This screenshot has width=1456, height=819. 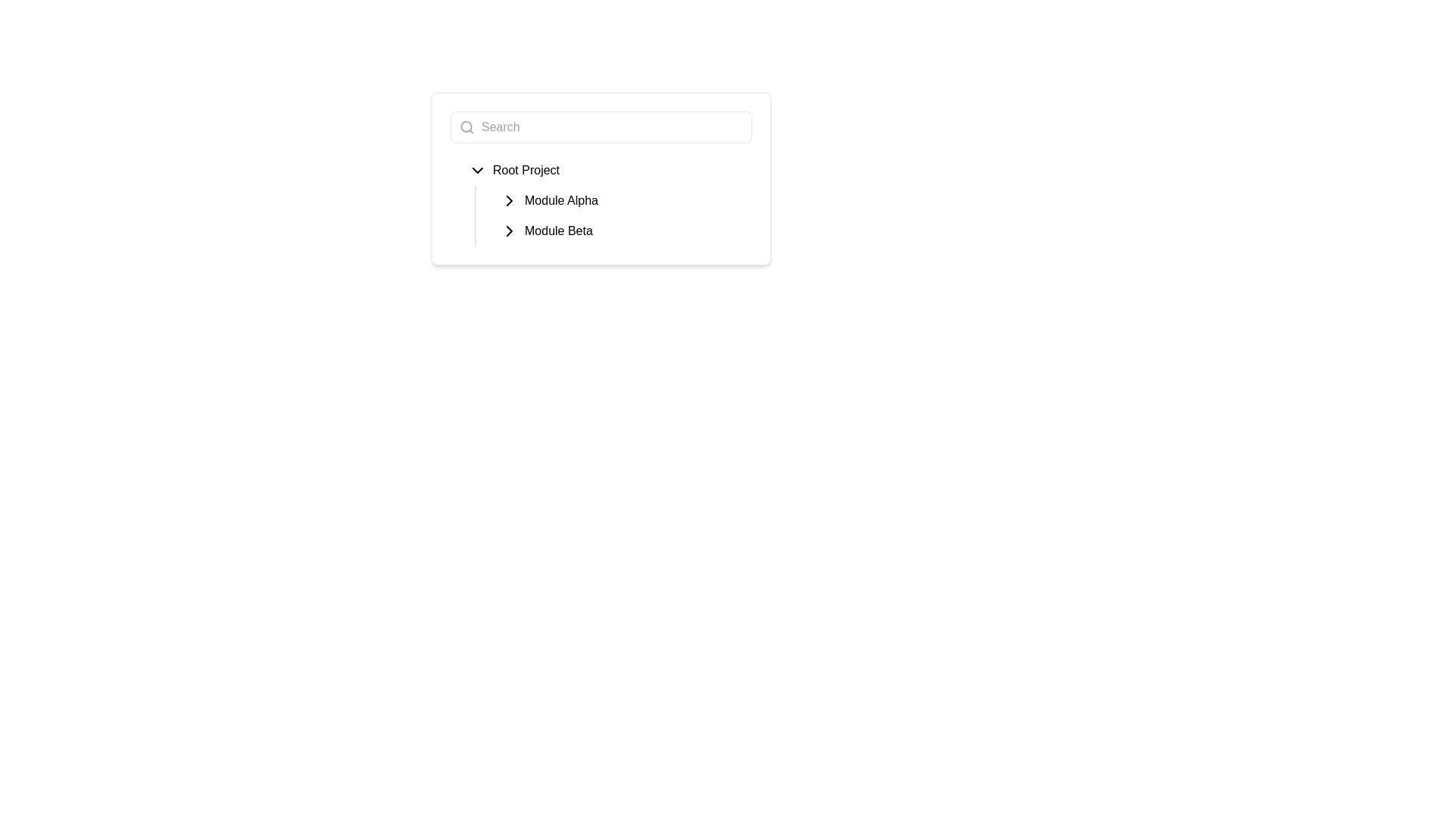 What do you see at coordinates (526, 170) in the screenshot?
I see `the 'Root Project' text label in the hierarchical list` at bounding box center [526, 170].